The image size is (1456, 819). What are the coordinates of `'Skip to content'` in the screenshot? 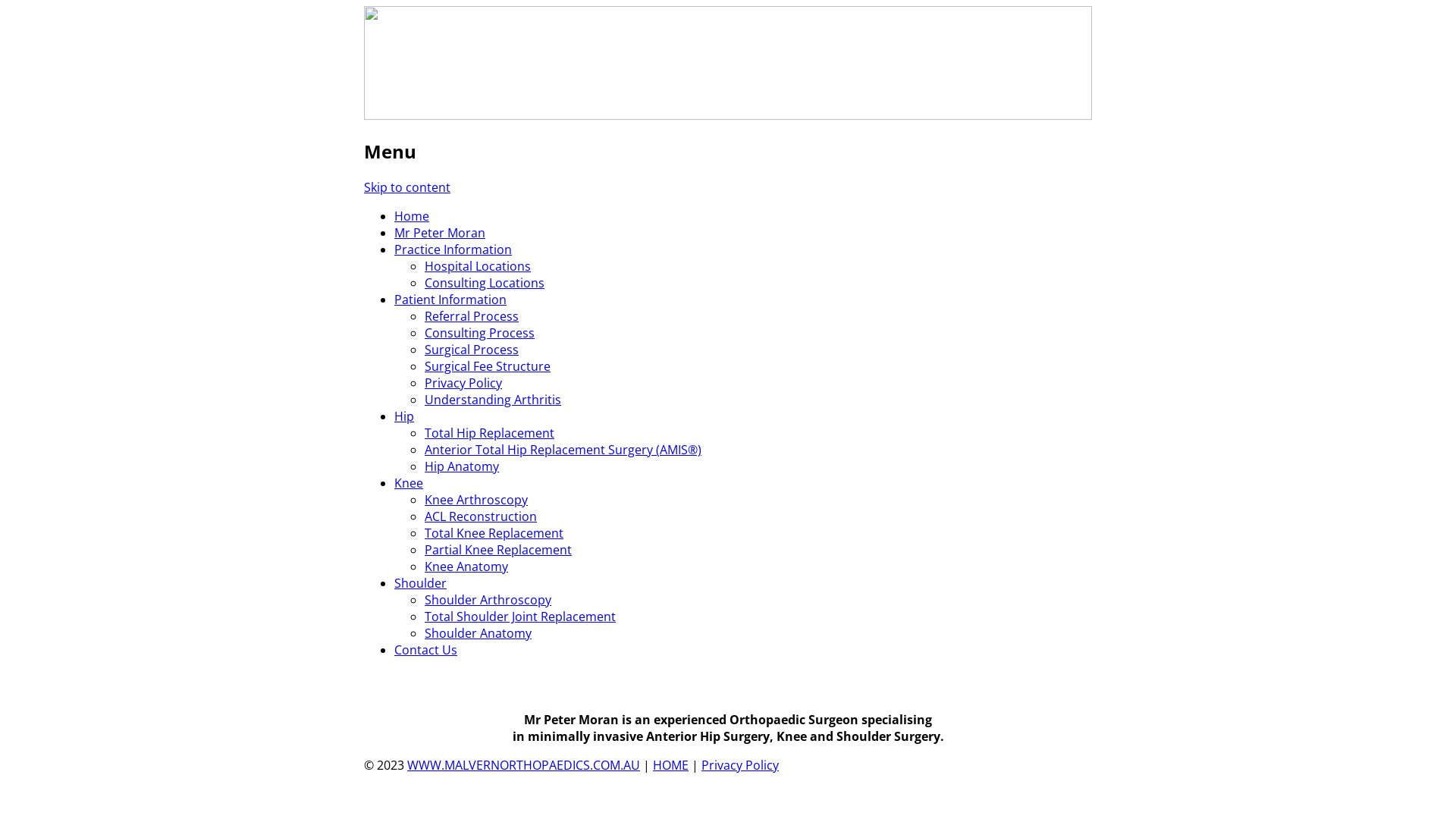 It's located at (364, 186).